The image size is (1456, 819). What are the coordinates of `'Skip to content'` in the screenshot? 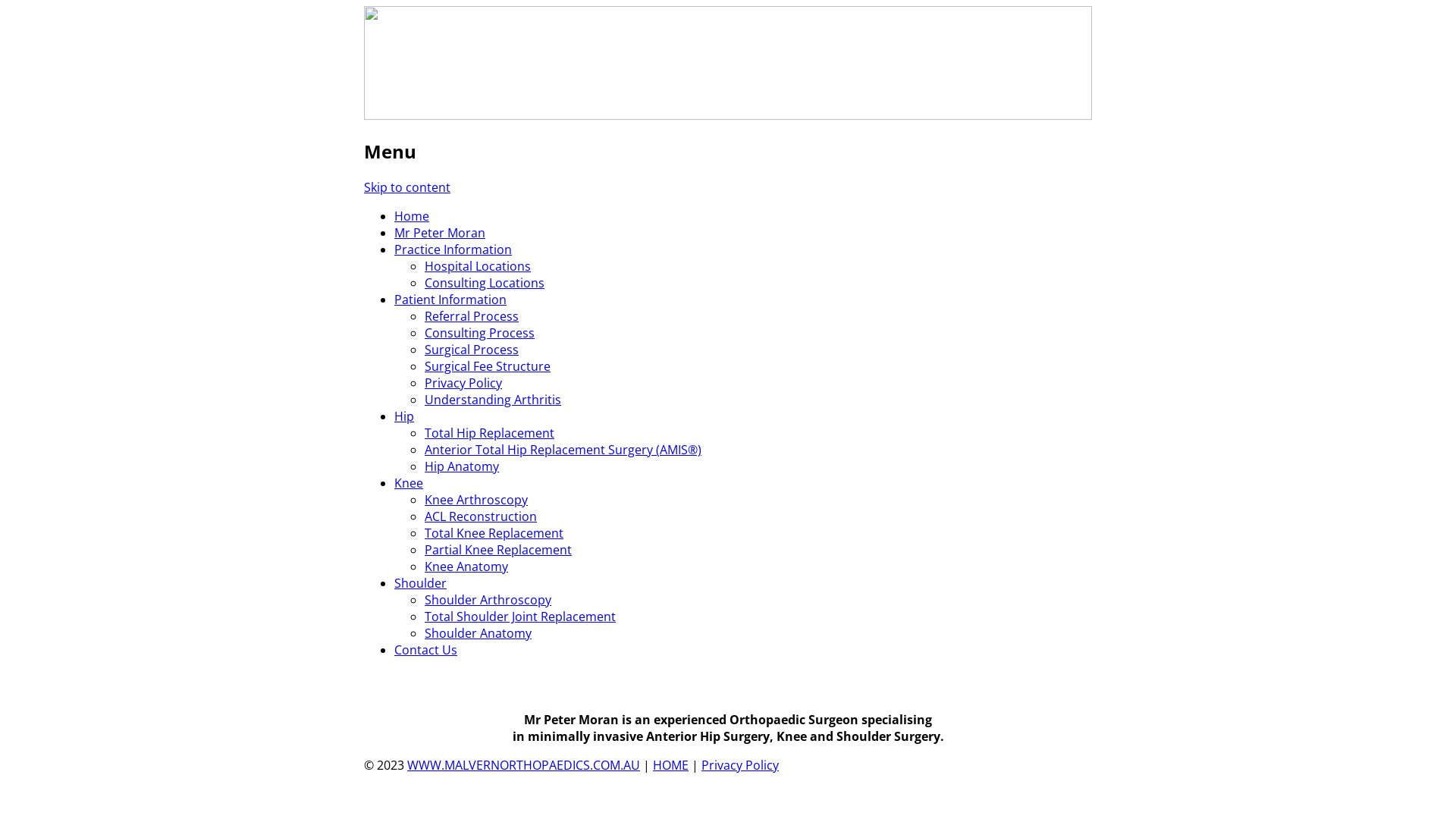 It's located at (364, 186).